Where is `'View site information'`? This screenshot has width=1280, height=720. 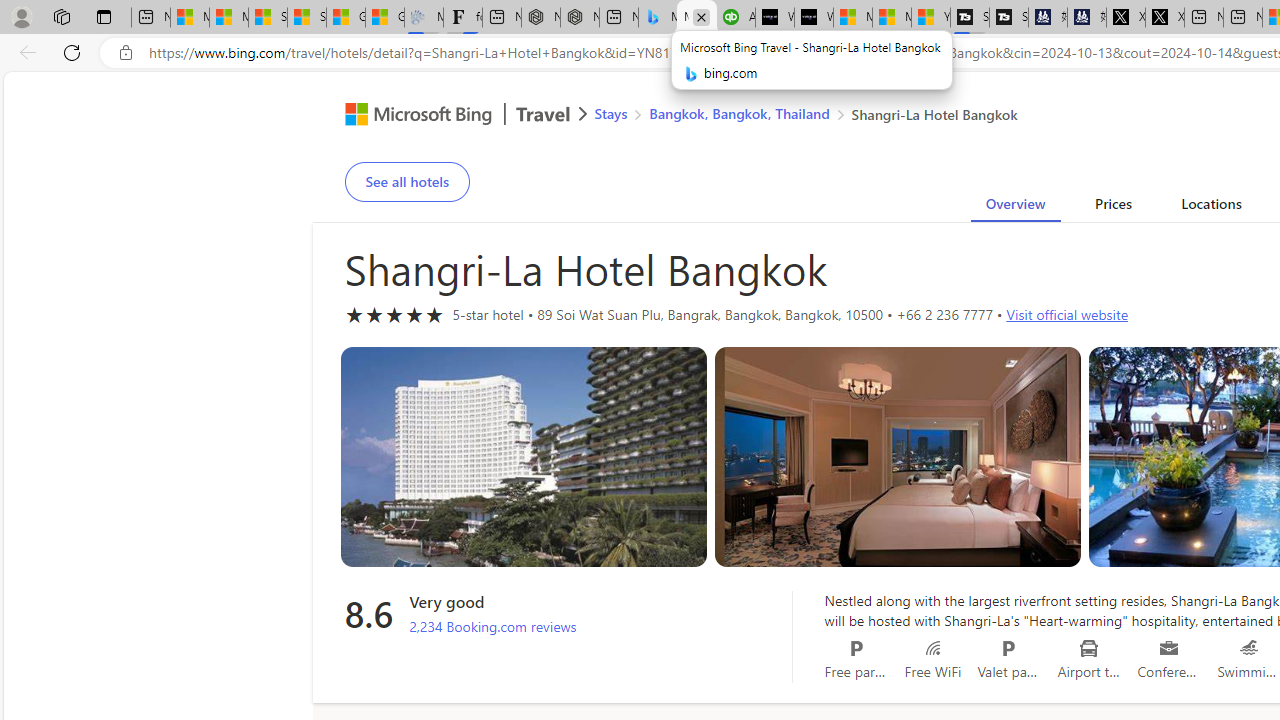
'View site information' is located at coordinates (125, 52).